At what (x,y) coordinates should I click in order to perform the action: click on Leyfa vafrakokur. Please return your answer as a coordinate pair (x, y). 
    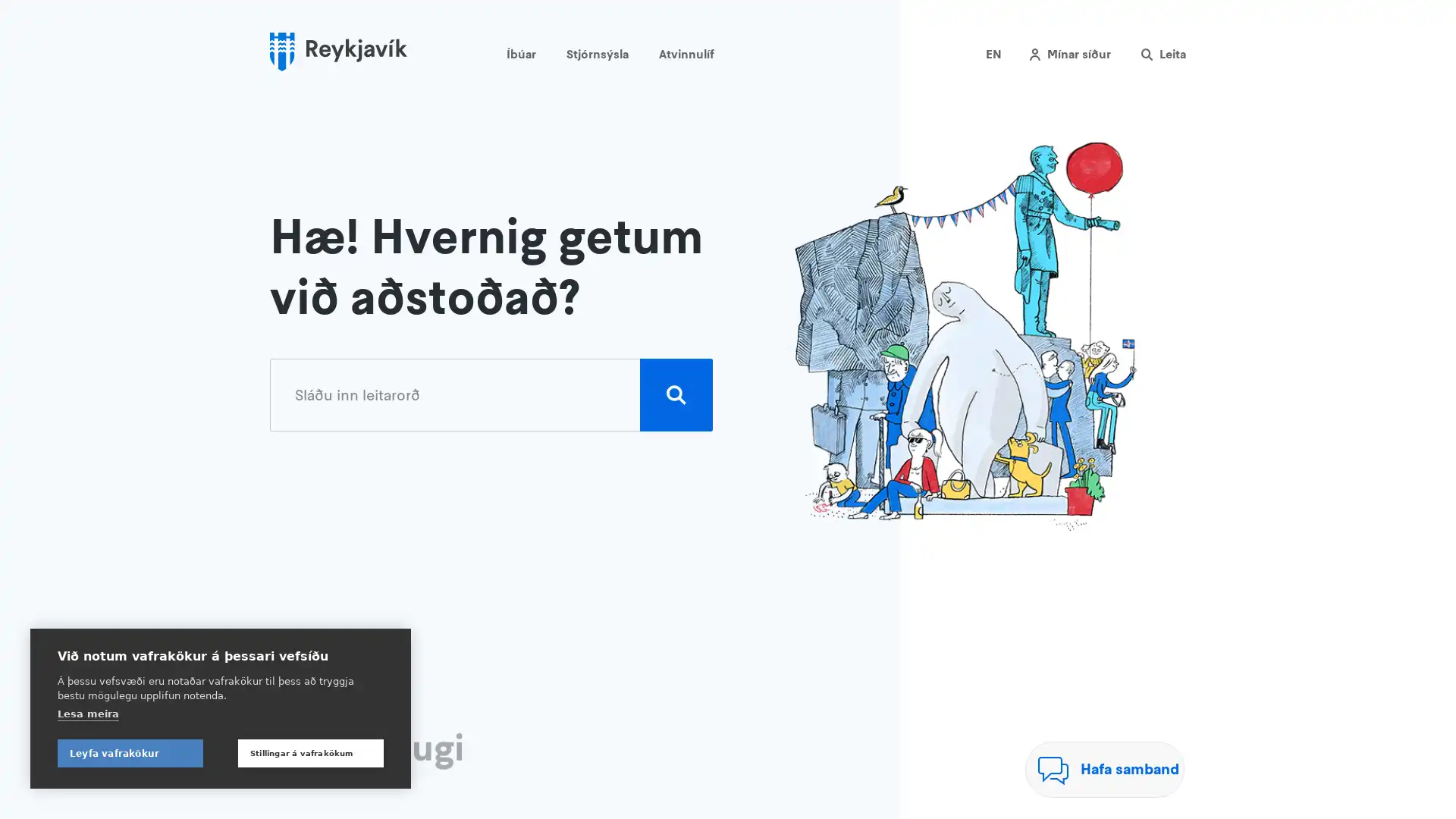
    Looking at the image, I should click on (130, 753).